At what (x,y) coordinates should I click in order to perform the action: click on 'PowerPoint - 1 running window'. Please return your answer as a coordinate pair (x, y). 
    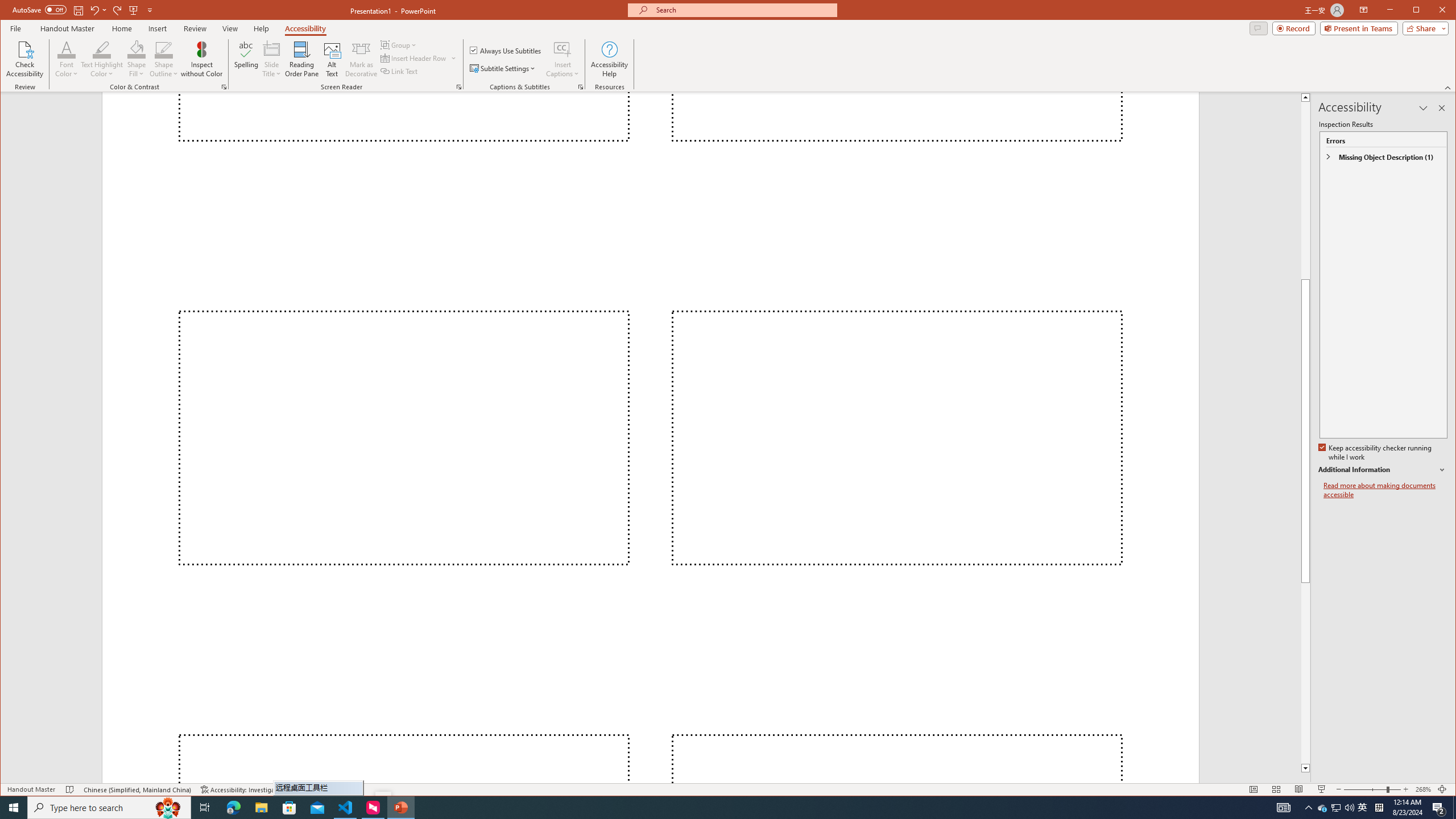
    Looking at the image, I should click on (401, 806).